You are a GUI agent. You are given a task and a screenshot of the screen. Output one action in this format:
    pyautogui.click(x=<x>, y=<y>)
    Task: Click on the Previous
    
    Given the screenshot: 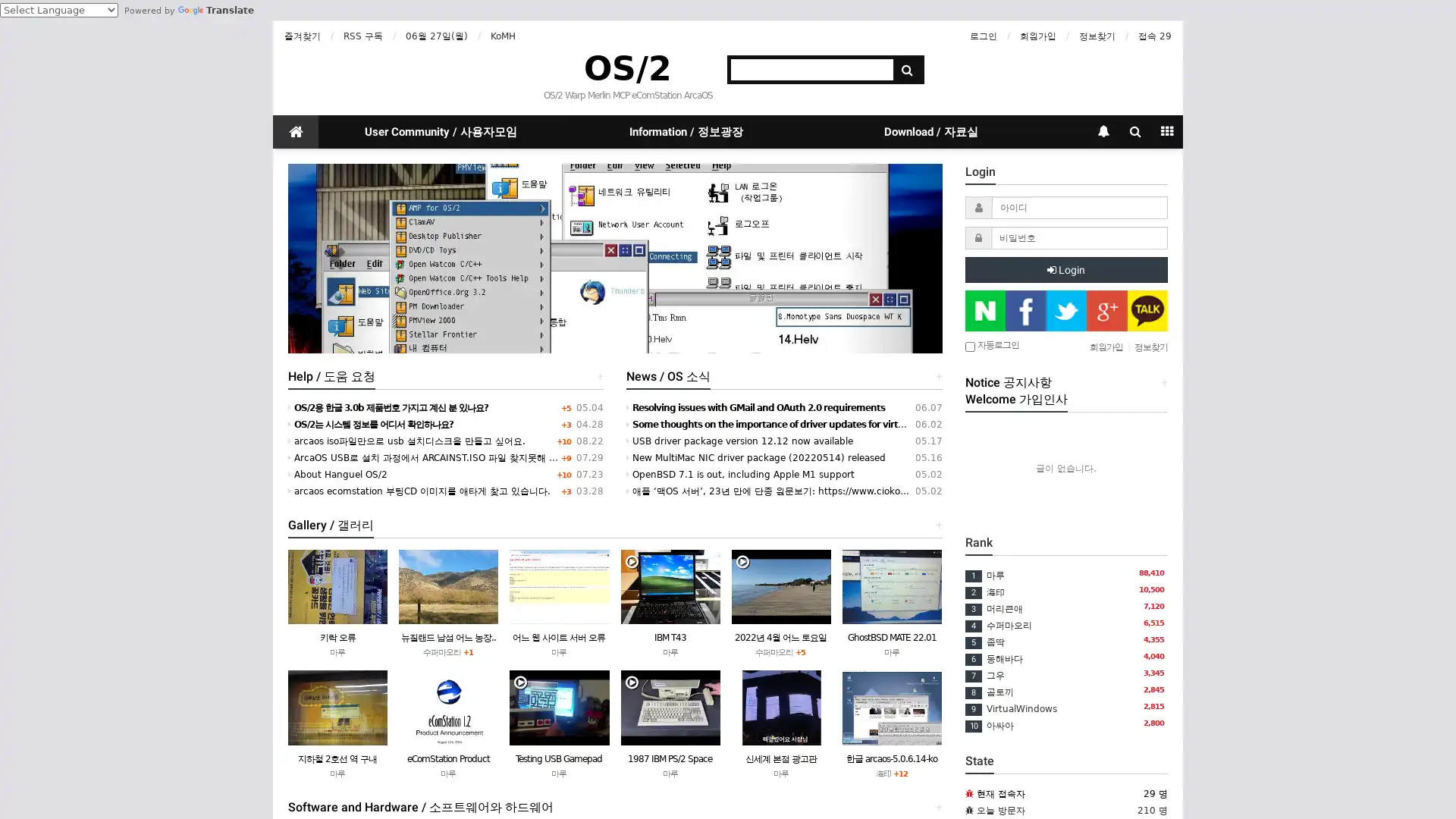 What is the action you would take?
    pyautogui.click(x=336, y=257)
    